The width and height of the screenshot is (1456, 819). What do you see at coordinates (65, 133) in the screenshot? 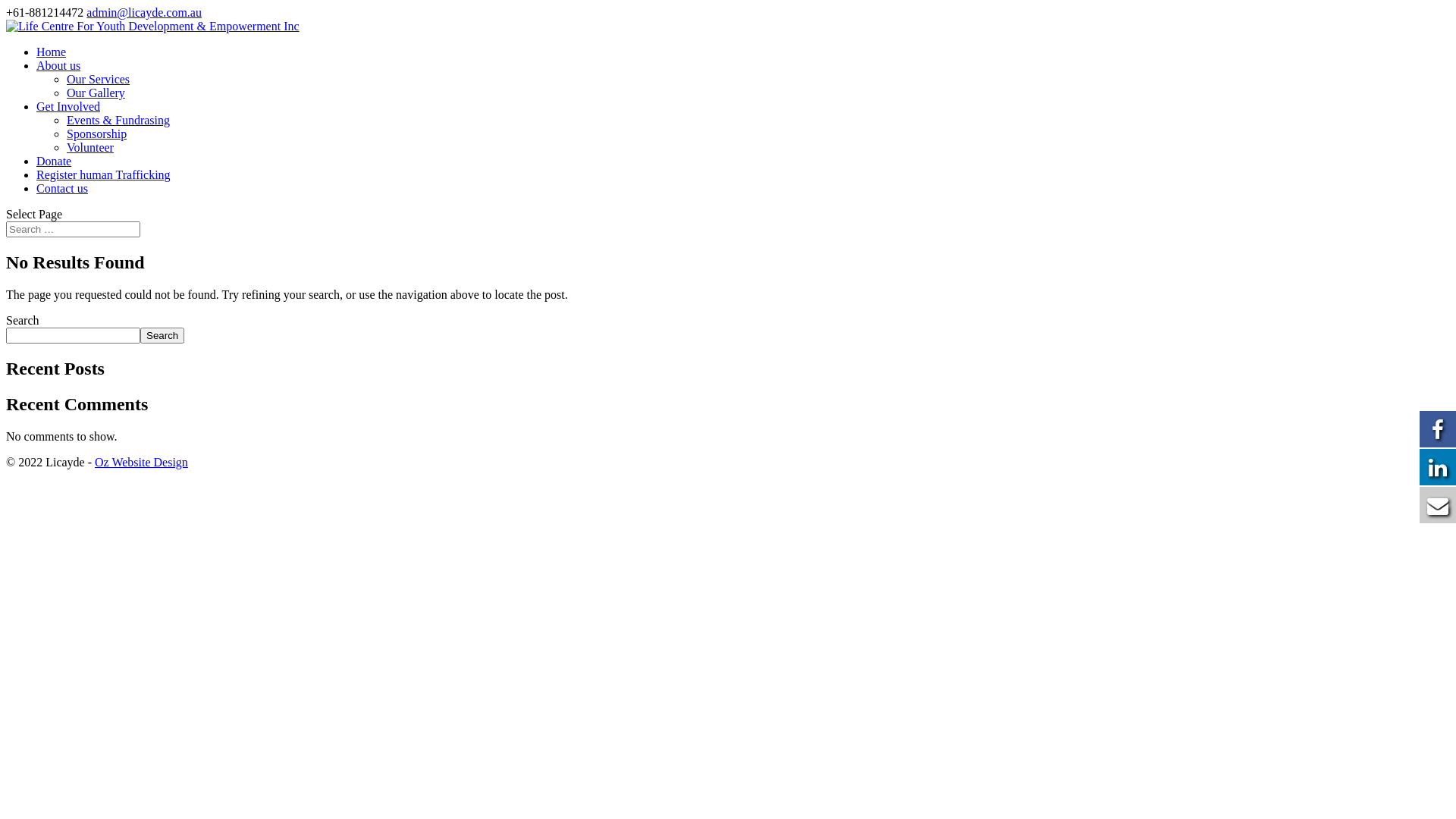
I see `'Sponsorship'` at bounding box center [65, 133].